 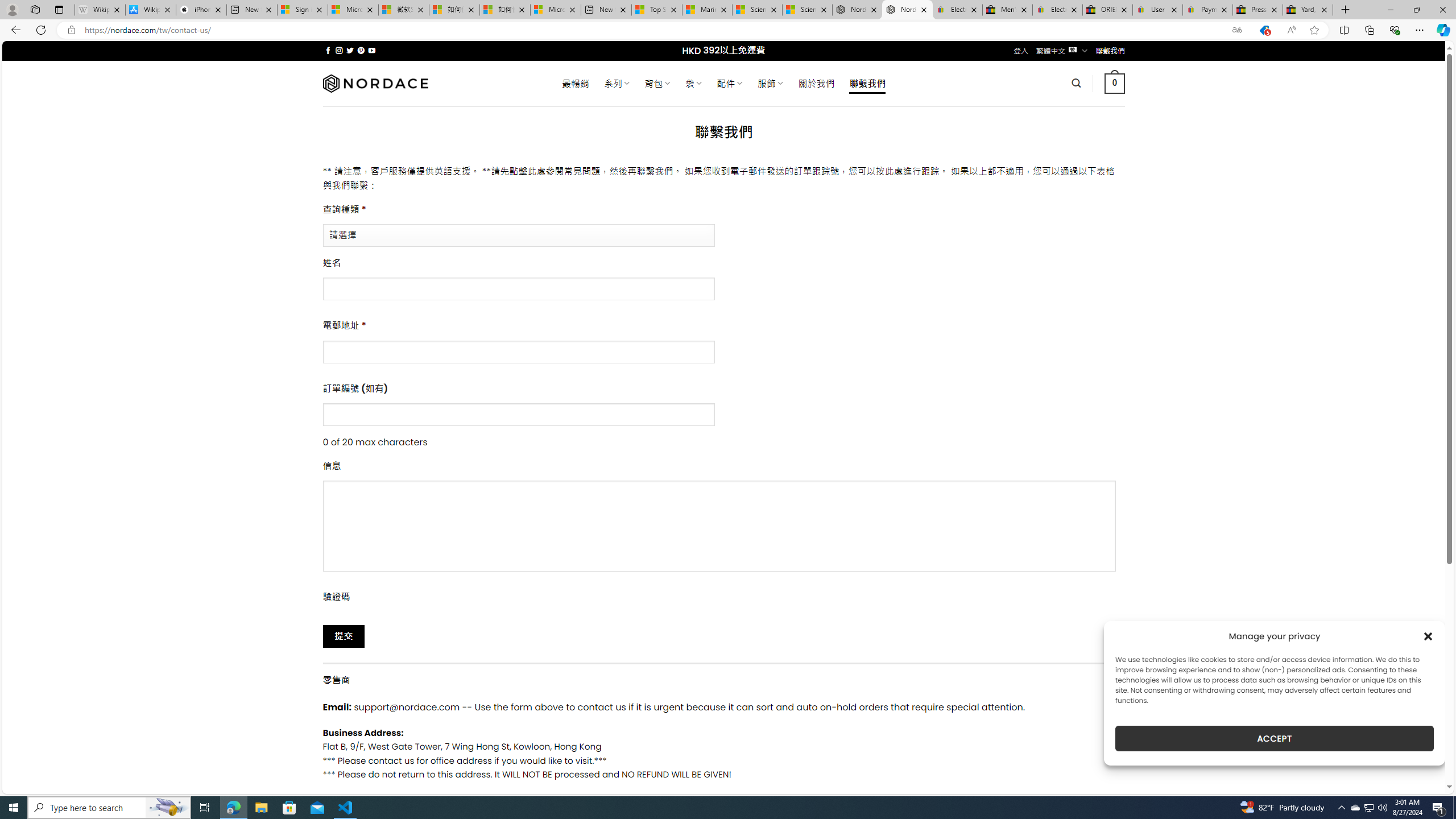 I want to click on 'Follow on Facebook', so click(x=328, y=50).